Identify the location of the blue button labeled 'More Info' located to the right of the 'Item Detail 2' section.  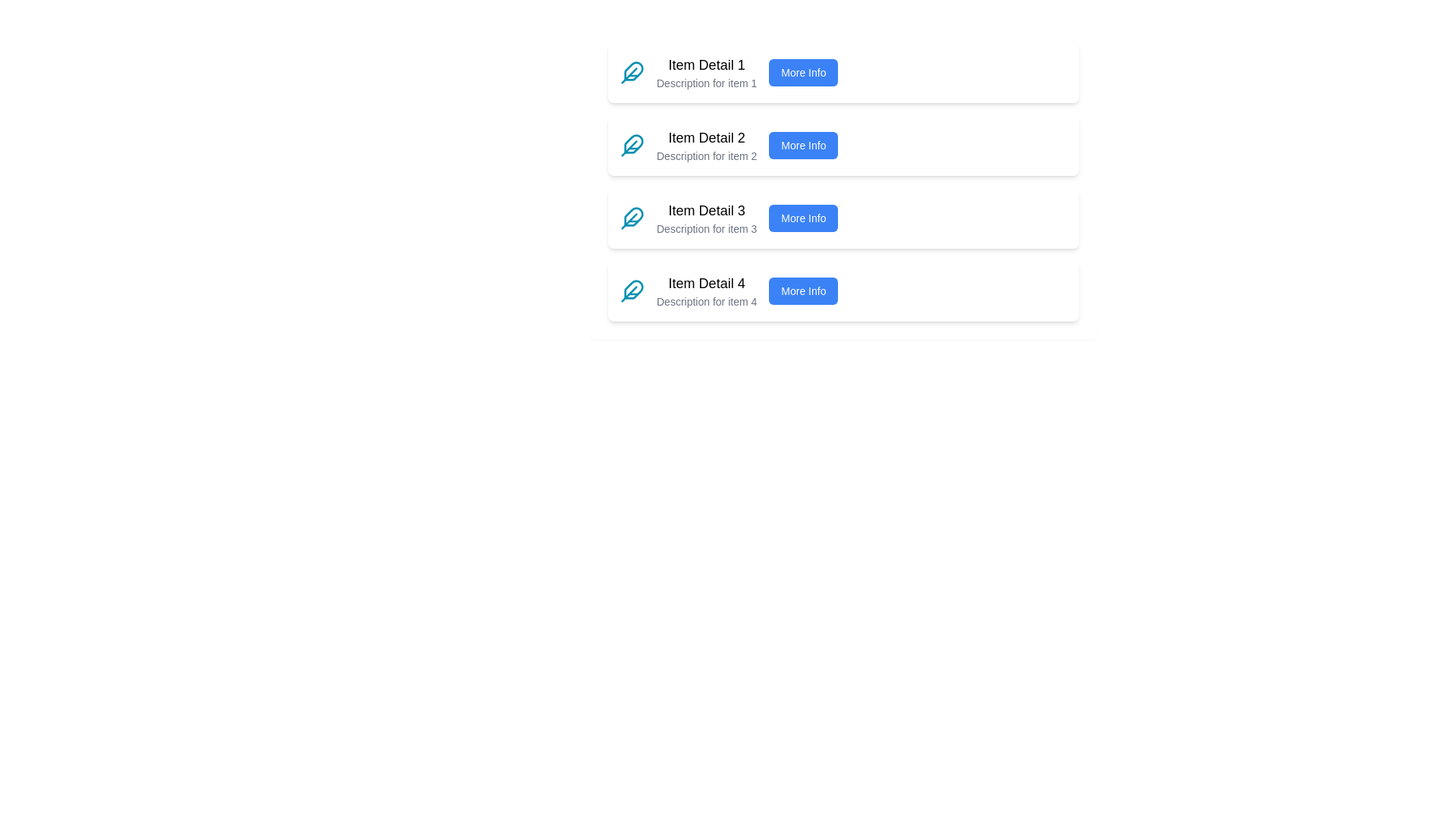
(802, 146).